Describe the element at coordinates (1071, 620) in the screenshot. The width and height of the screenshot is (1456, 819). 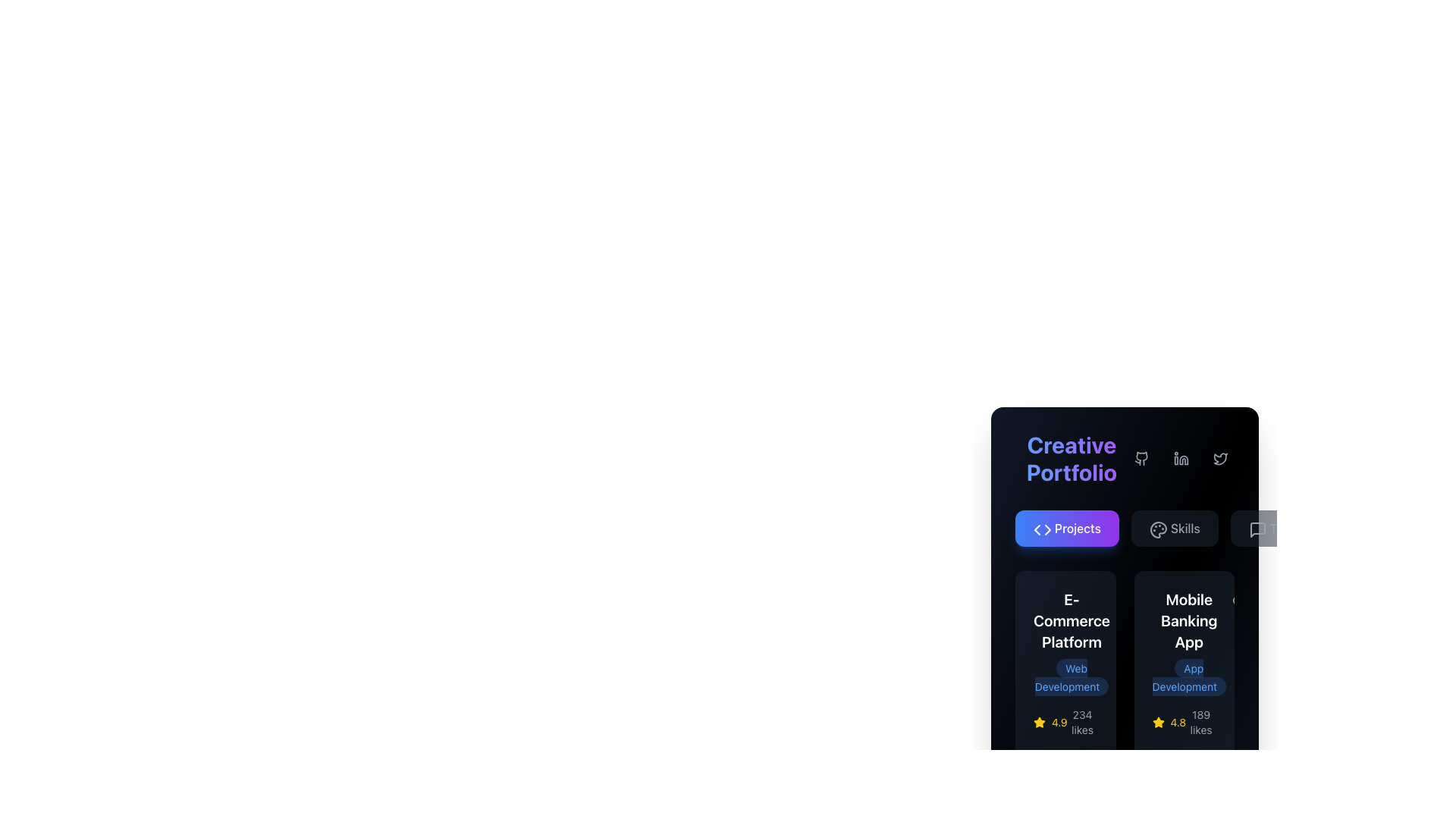
I see `static text element displaying 'E-Commerce Platform' which is prominently styled in white, bold font, located above the 'Web Development' badge in a card layout` at that location.